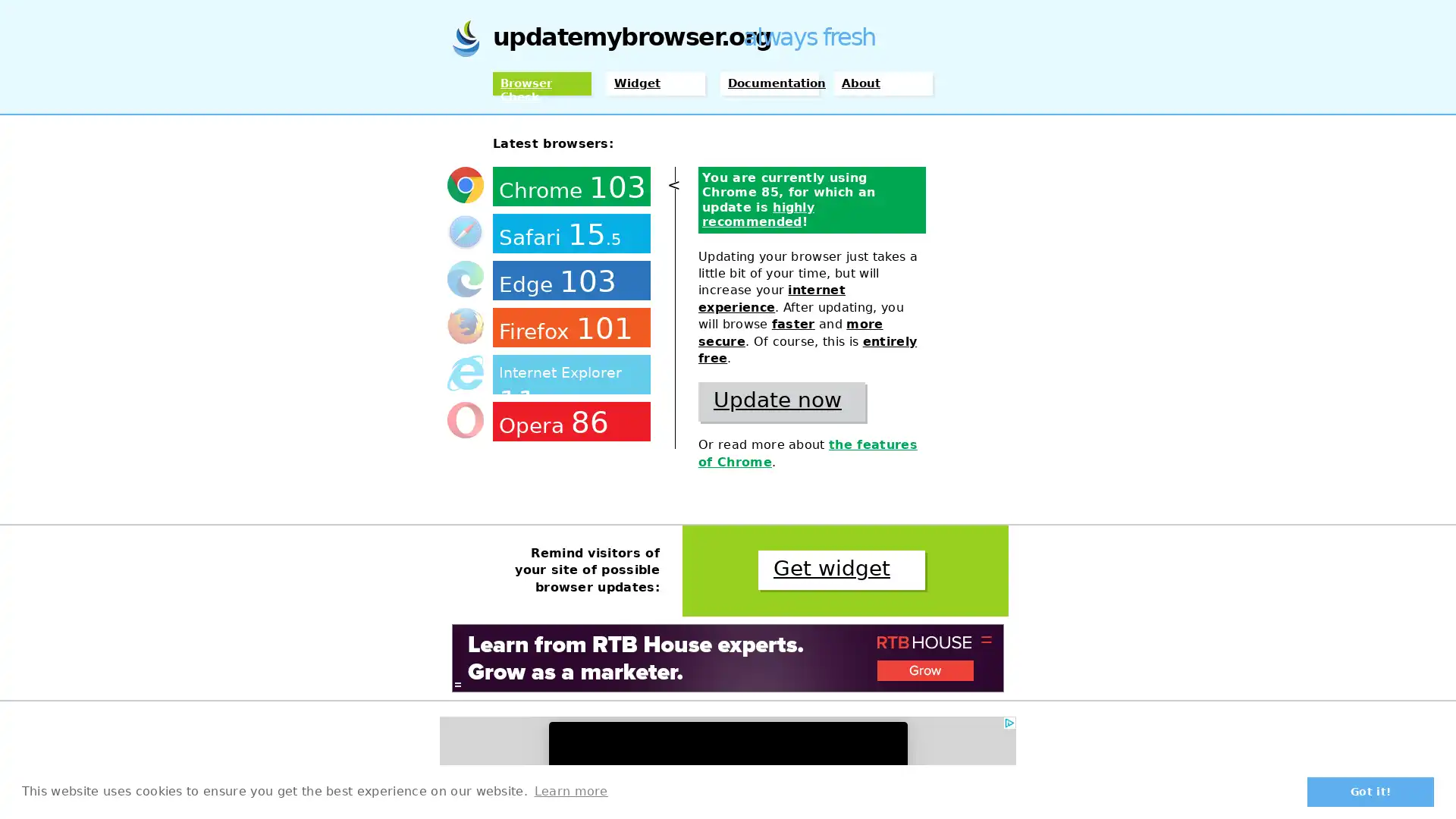 This screenshot has height=819, width=1456. What do you see at coordinates (570, 791) in the screenshot?
I see `learn more about cookies` at bounding box center [570, 791].